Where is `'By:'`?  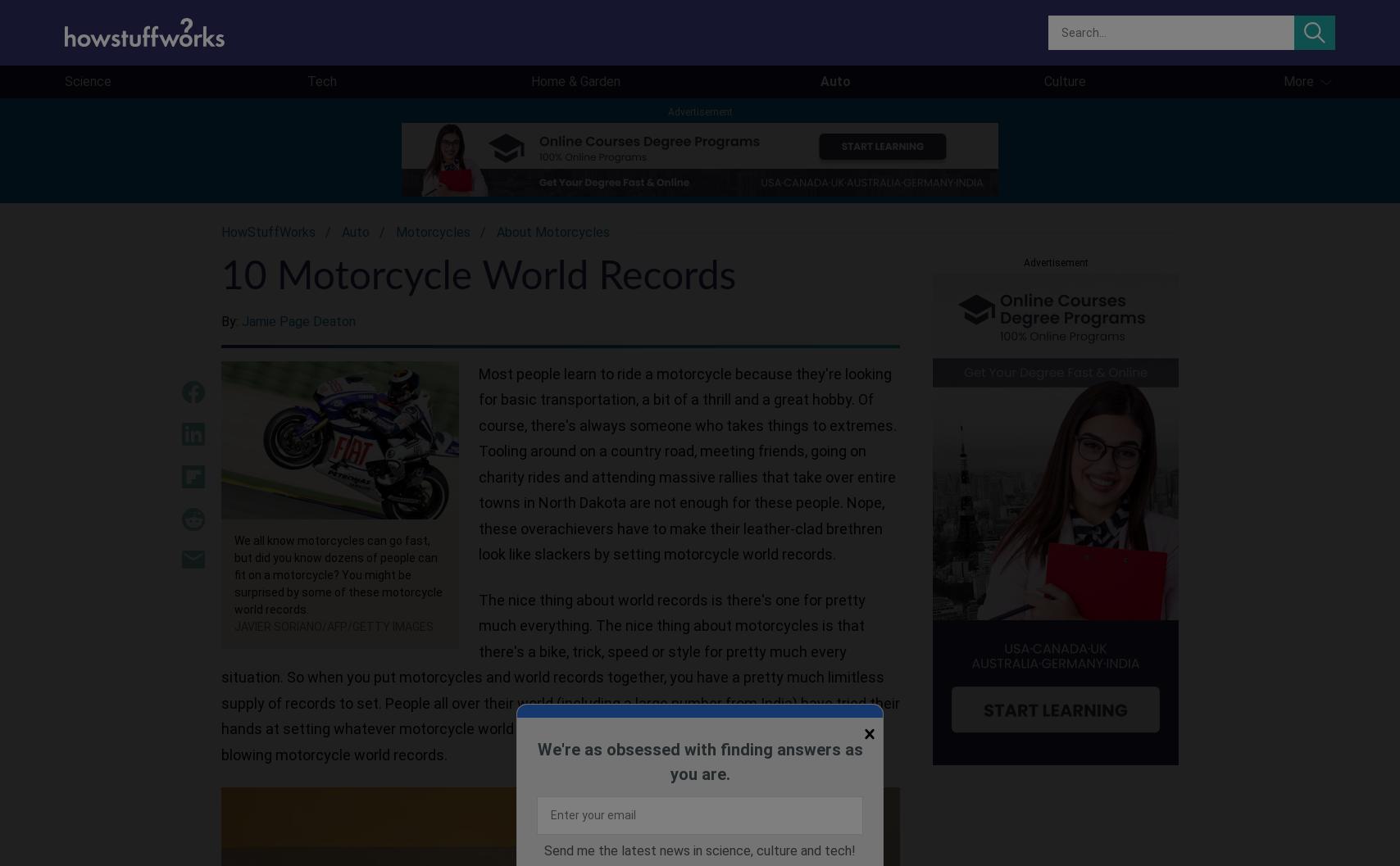 'By:' is located at coordinates (231, 320).